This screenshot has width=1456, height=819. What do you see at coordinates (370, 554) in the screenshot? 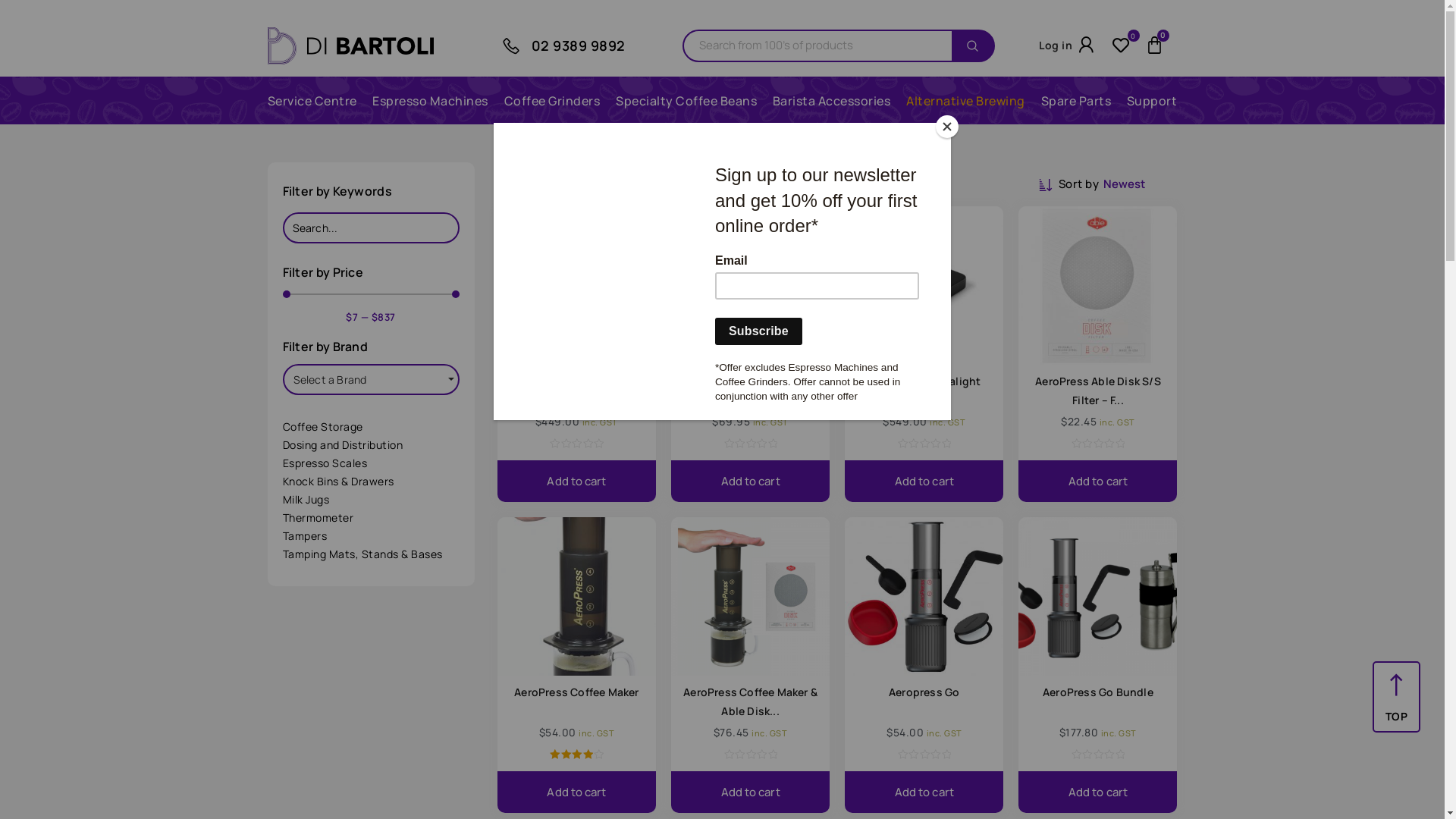
I see `'Tamping Mats, Stands & Bases'` at bounding box center [370, 554].